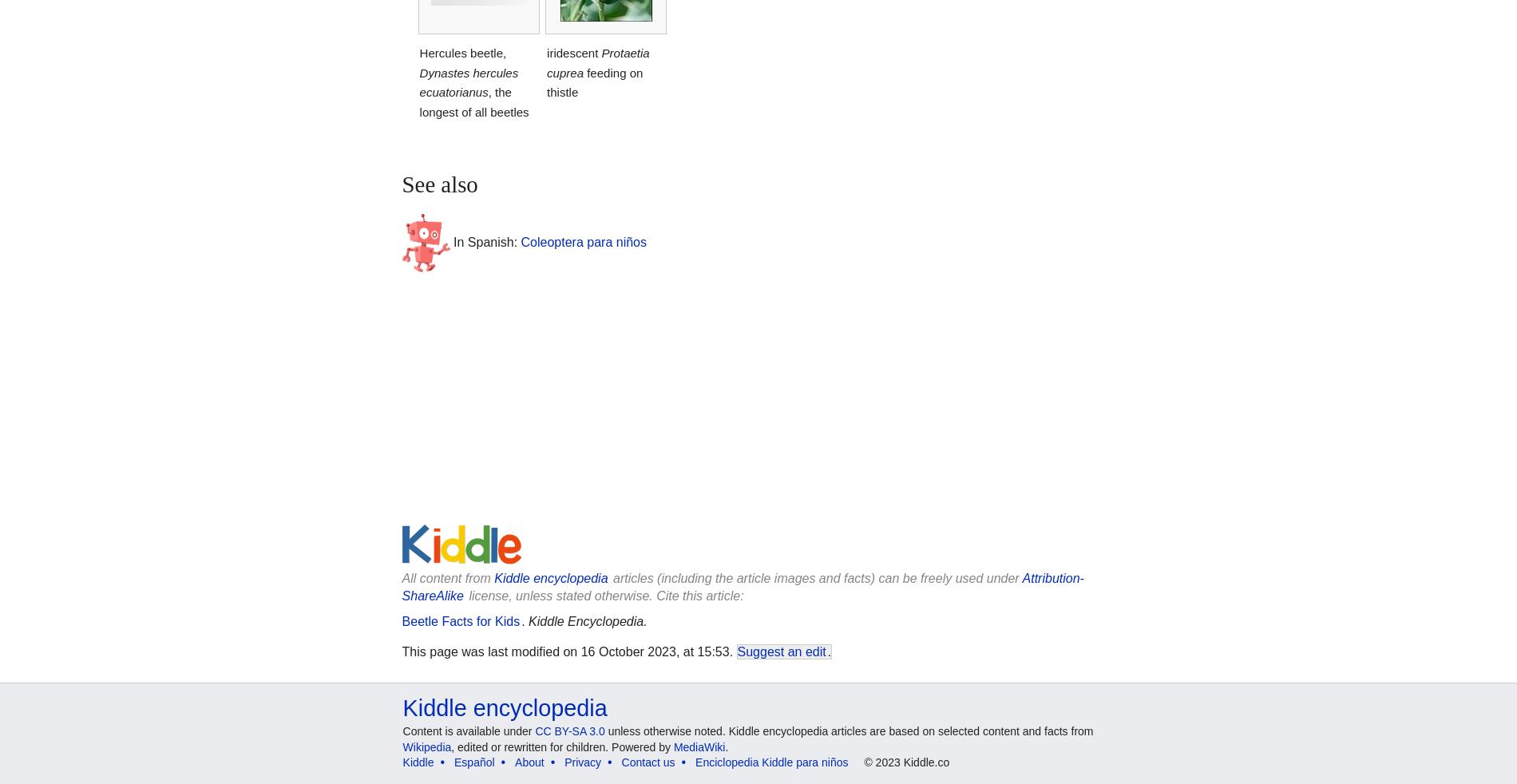 The height and width of the screenshot is (784, 1517). What do you see at coordinates (401, 621) in the screenshot?
I see `'Beetle Facts for Kids'` at bounding box center [401, 621].